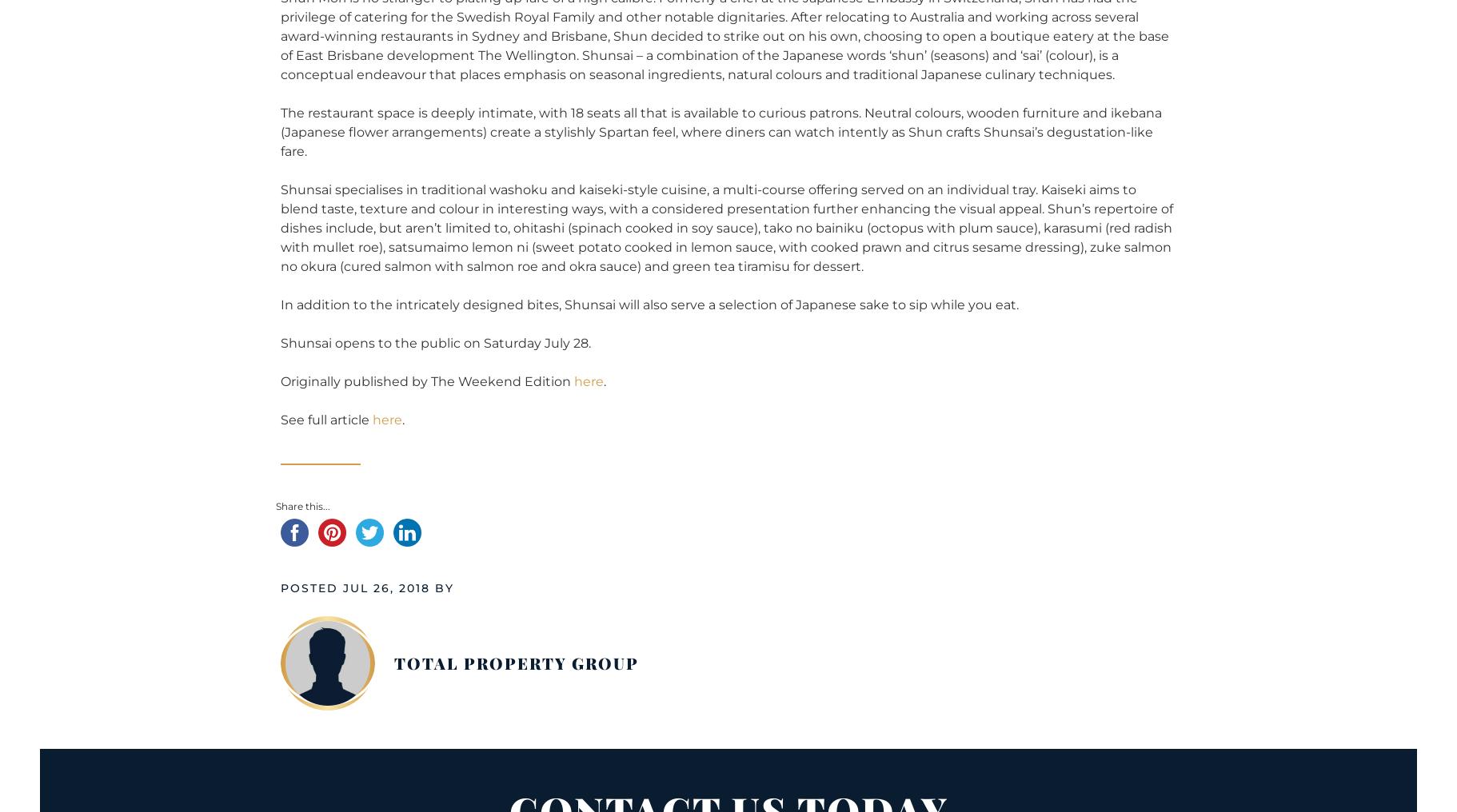 This screenshot has height=812, width=1457. Describe the element at coordinates (367, 587) in the screenshot. I see `'Posted Jul 26, 2018 by'` at that location.